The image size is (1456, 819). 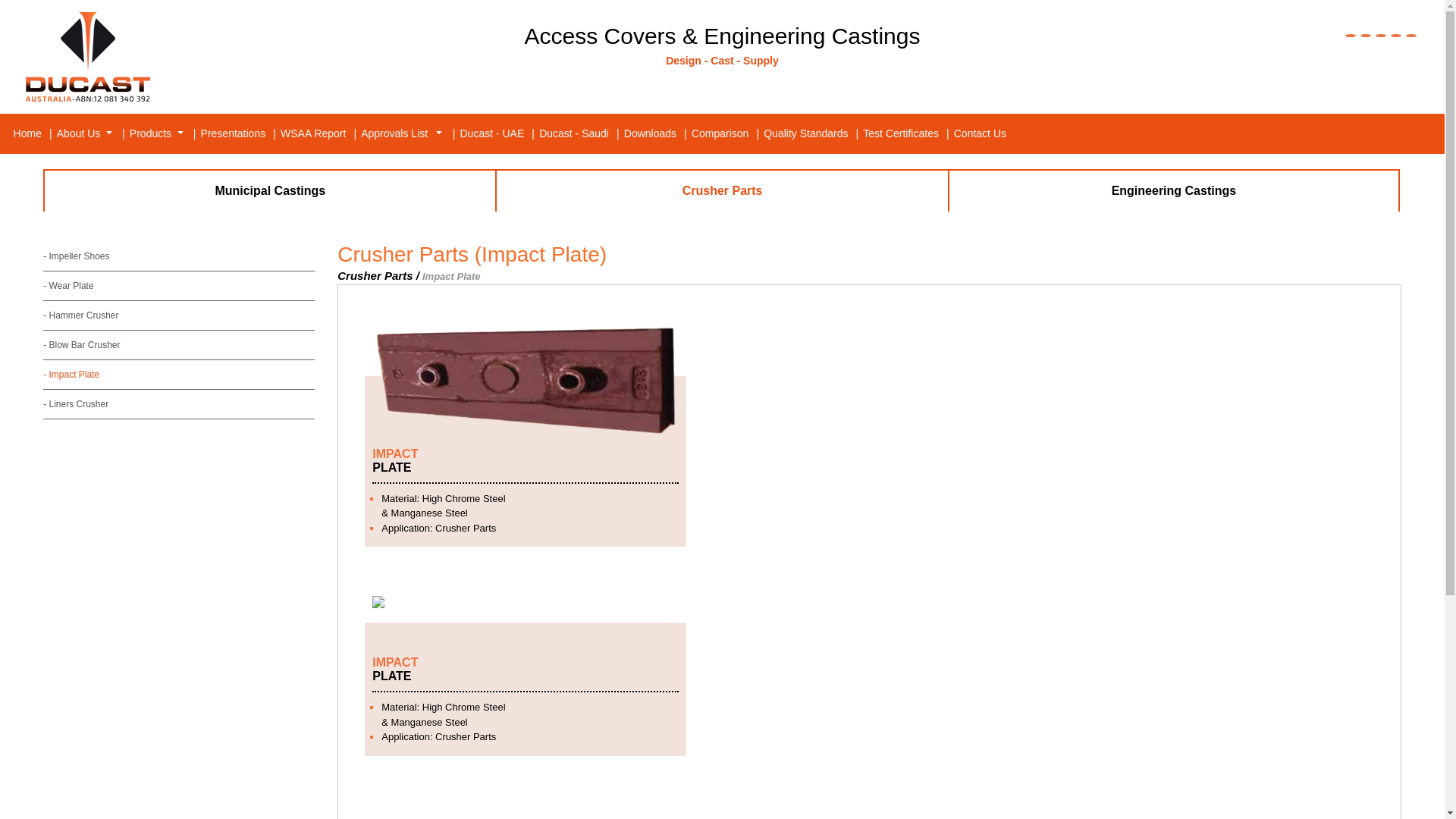 I want to click on 'Comparison|', so click(x=725, y=133).